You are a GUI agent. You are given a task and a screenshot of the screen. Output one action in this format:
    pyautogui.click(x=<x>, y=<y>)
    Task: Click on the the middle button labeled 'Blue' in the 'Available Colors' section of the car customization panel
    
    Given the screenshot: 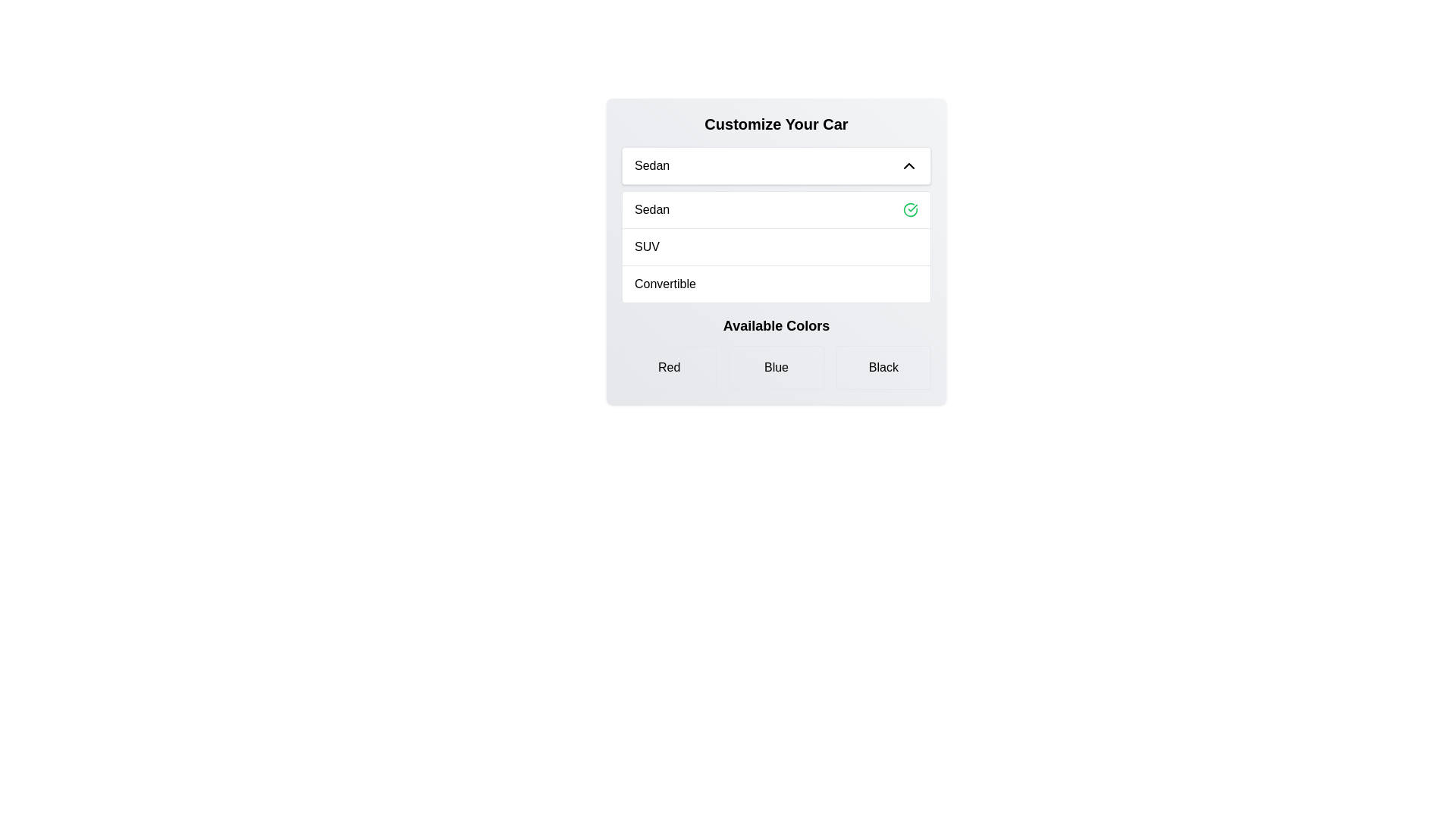 What is the action you would take?
    pyautogui.click(x=776, y=353)
    